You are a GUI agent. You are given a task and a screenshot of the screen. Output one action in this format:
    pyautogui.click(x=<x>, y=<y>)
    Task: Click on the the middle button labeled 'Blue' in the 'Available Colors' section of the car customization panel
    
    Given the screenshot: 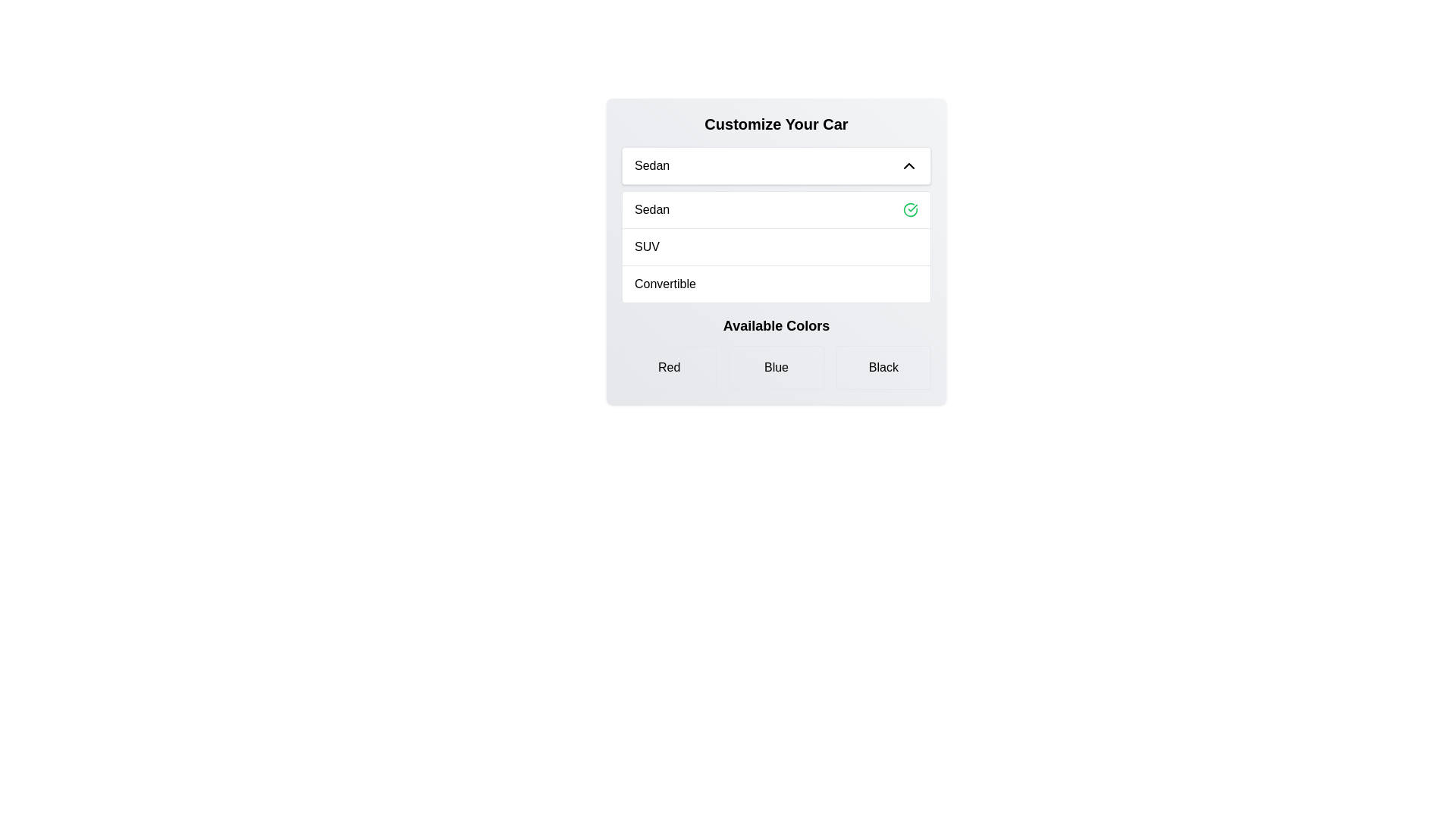 What is the action you would take?
    pyautogui.click(x=776, y=353)
    